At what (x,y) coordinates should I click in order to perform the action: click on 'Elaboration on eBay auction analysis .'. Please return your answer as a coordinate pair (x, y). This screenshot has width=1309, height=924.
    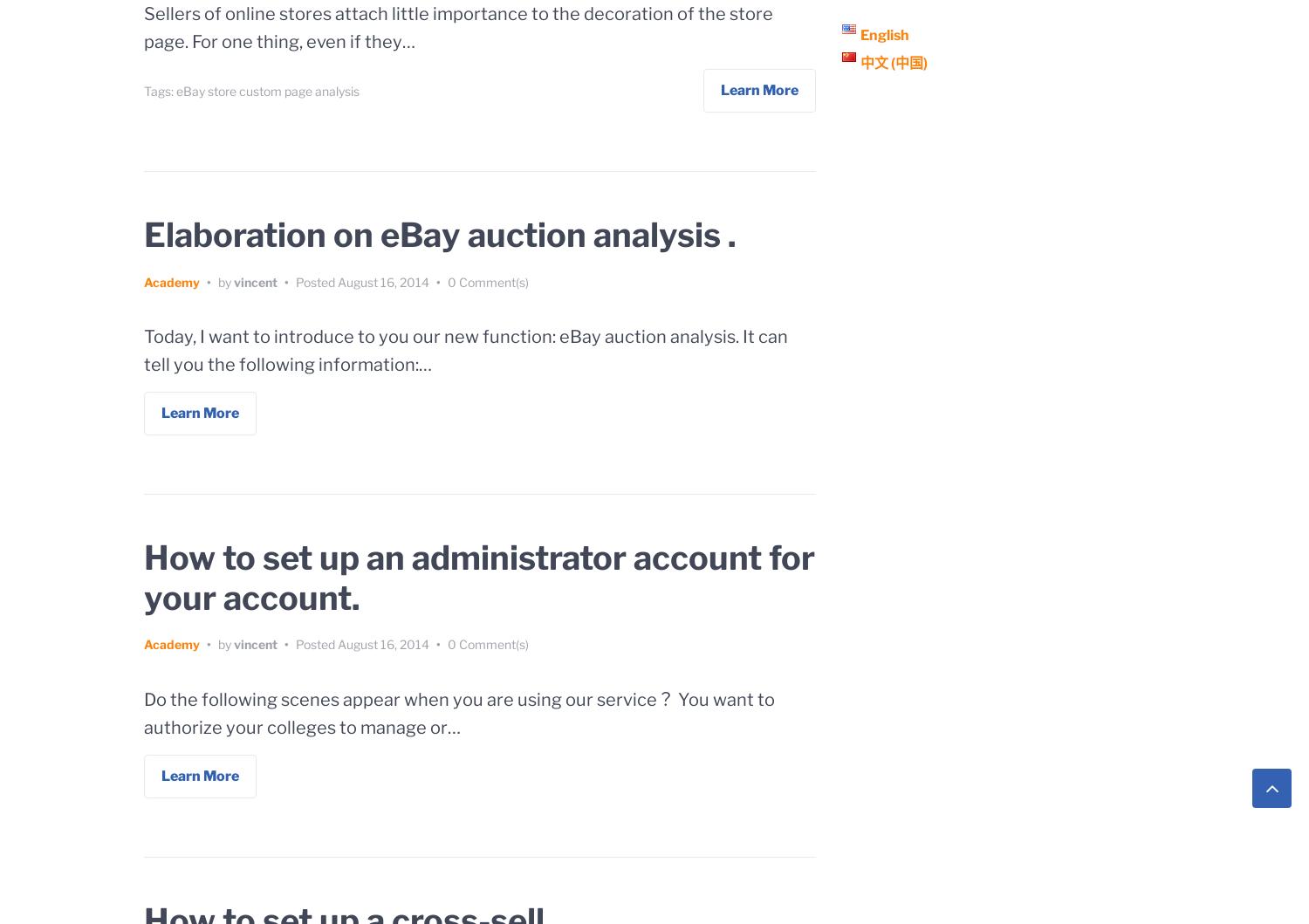
    Looking at the image, I should click on (440, 234).